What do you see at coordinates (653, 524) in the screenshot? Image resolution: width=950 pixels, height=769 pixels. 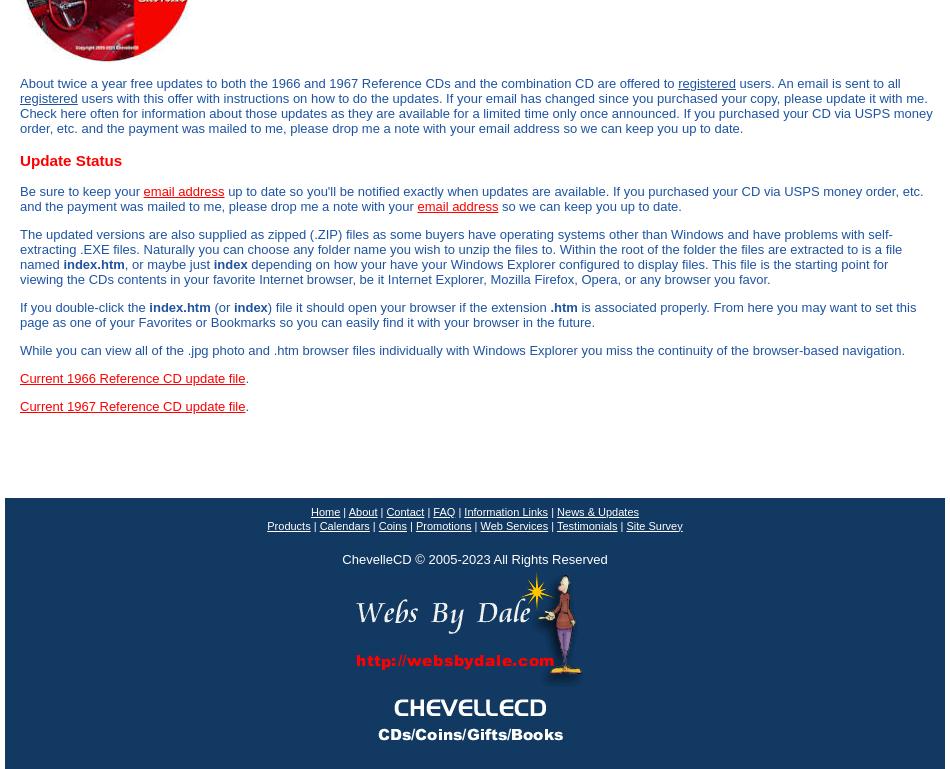 I see `'Site Survey'` at bounding box center [653, 524].